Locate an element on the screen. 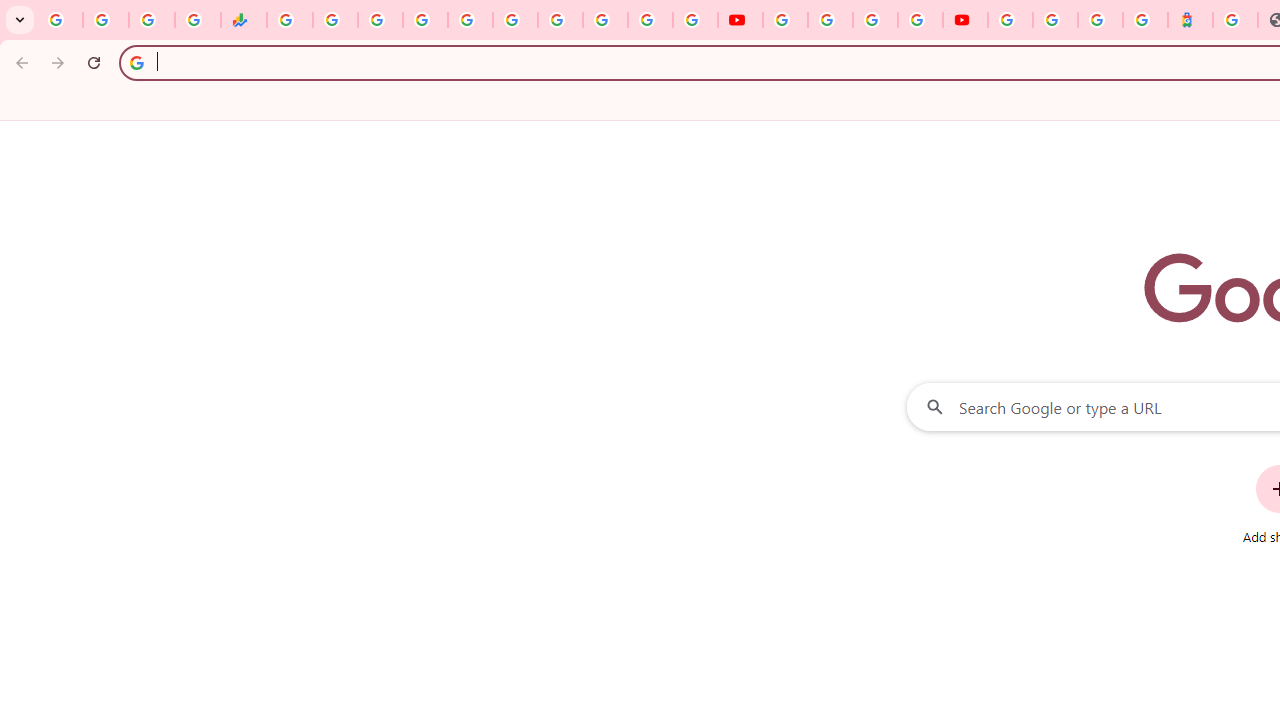  'Sign in - Google Accounts' is located at coordinates (1054, 20).